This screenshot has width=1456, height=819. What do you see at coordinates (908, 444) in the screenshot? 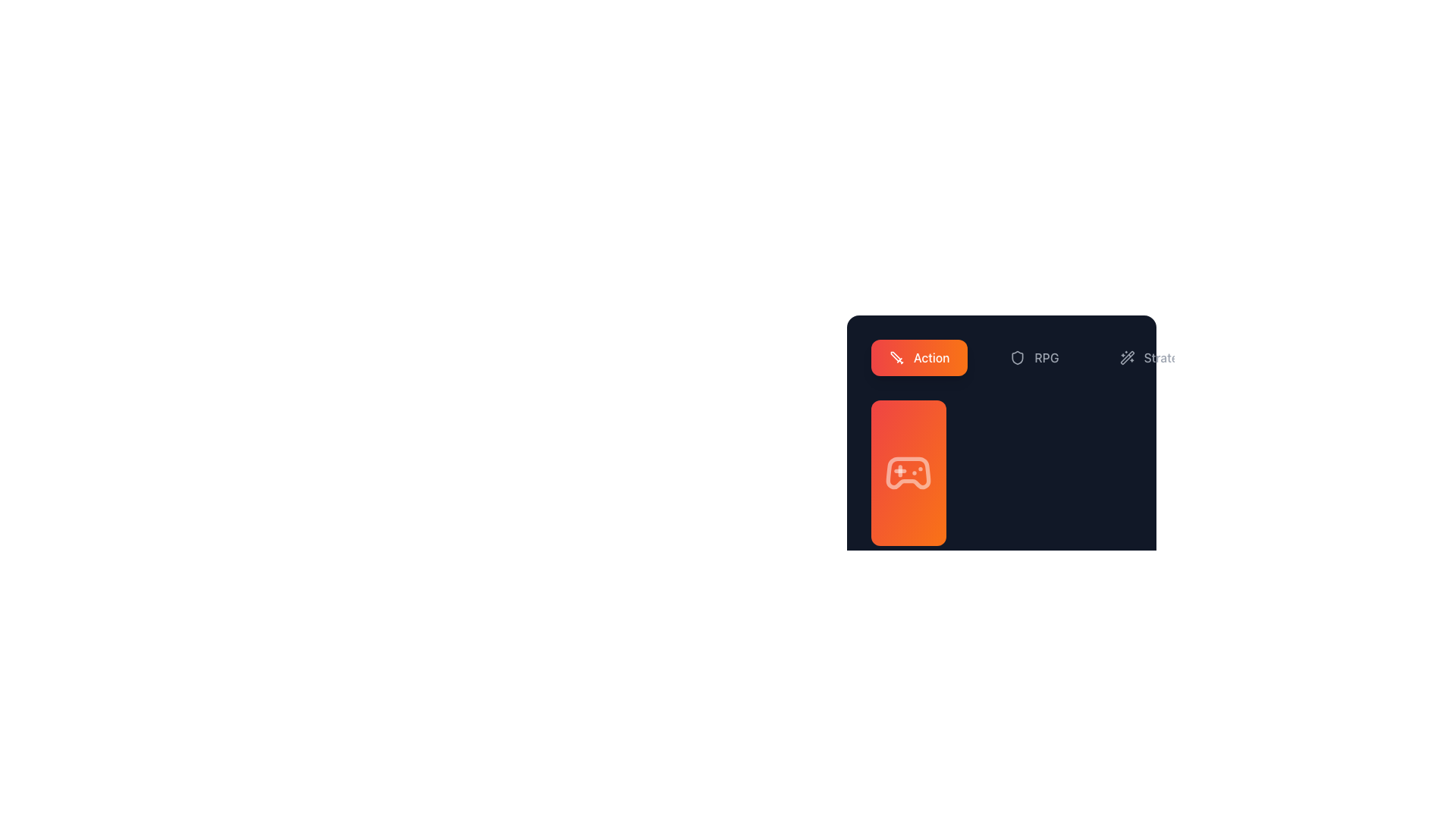
I see `the gaming feature icon located on the right side of the dark-themed interface, beneath the red 'Action' button and adjacent to the 'RPG' and 'Strategy' selection options` at bounding box center [908, 444].